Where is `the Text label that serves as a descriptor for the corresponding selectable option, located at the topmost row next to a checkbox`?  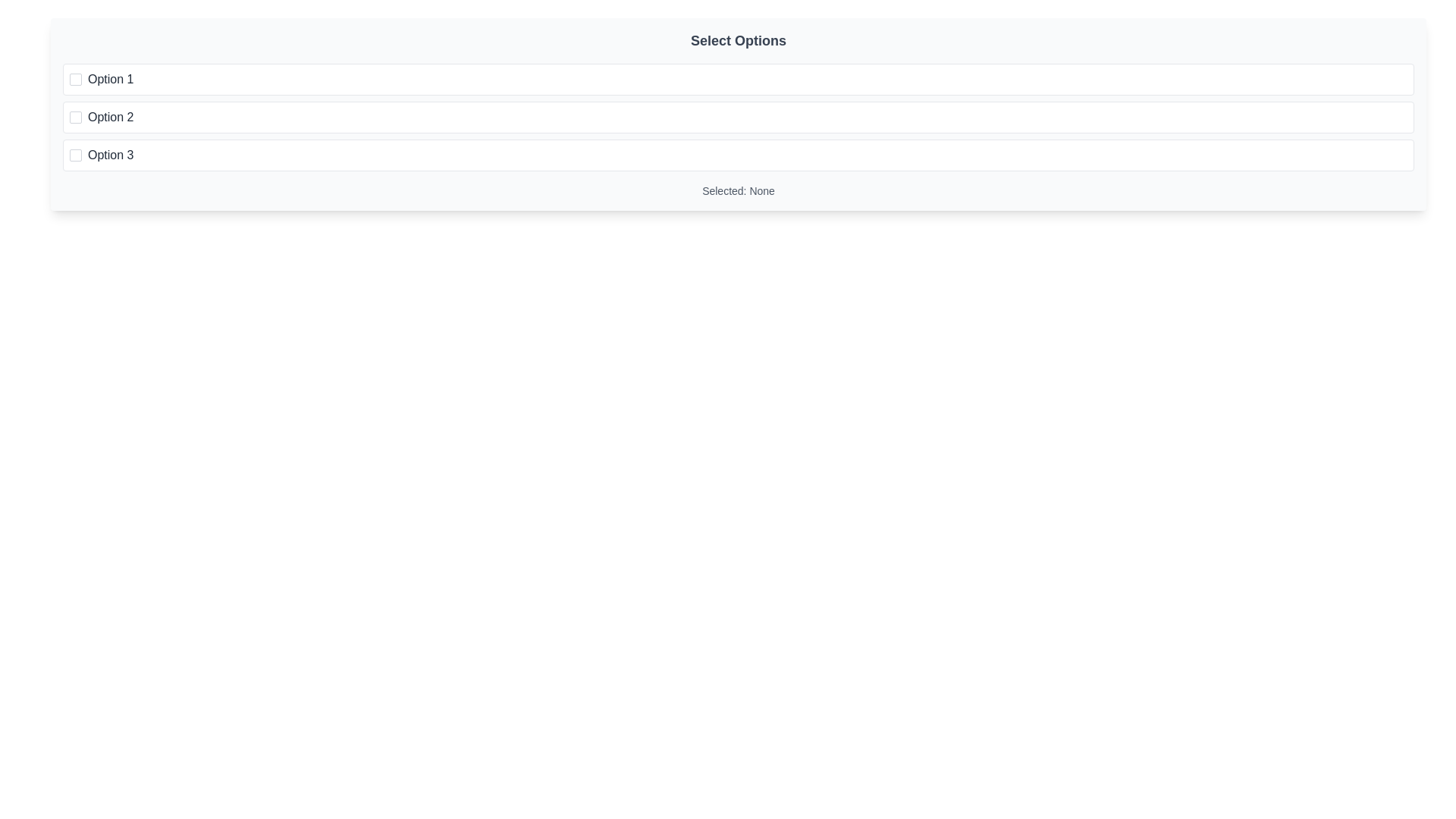
the Text label that serves as a descriptor for the corresponding selectable option, located at the topmost row next to a checkbox is located at coordinates (110, 79).